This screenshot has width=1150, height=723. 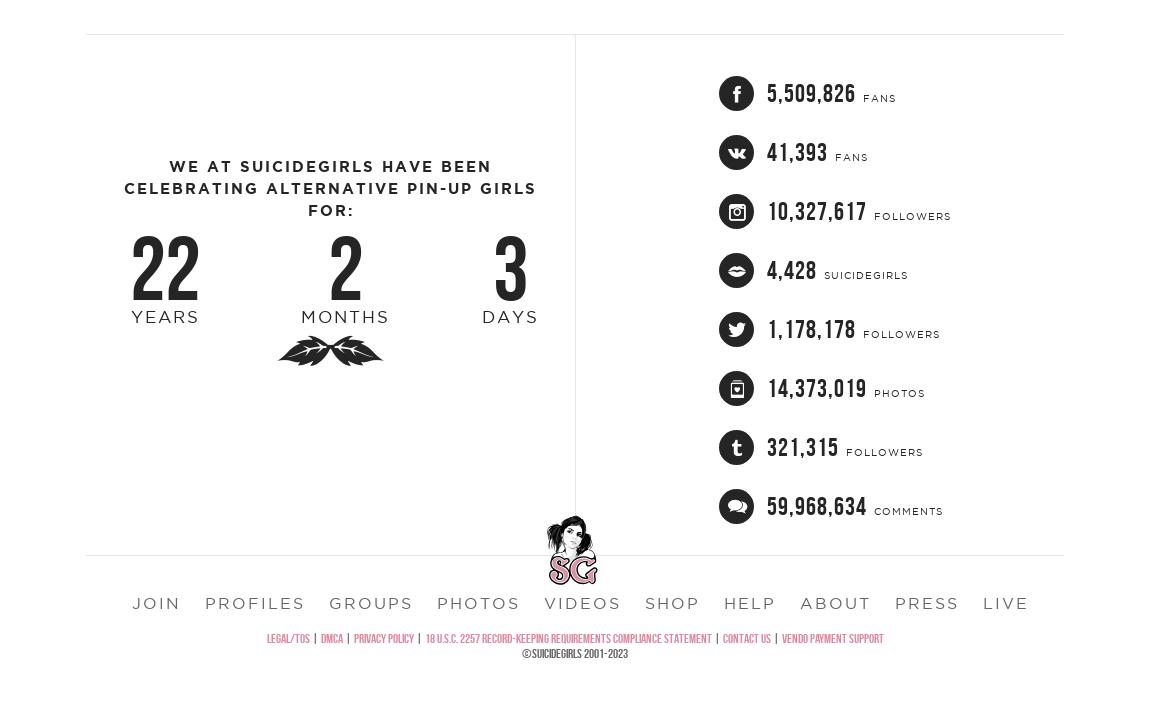 What do you see at coordinates (1006, 651) in the screenshot?
I see `'LIVE'` at bounding box center [1006, 651].